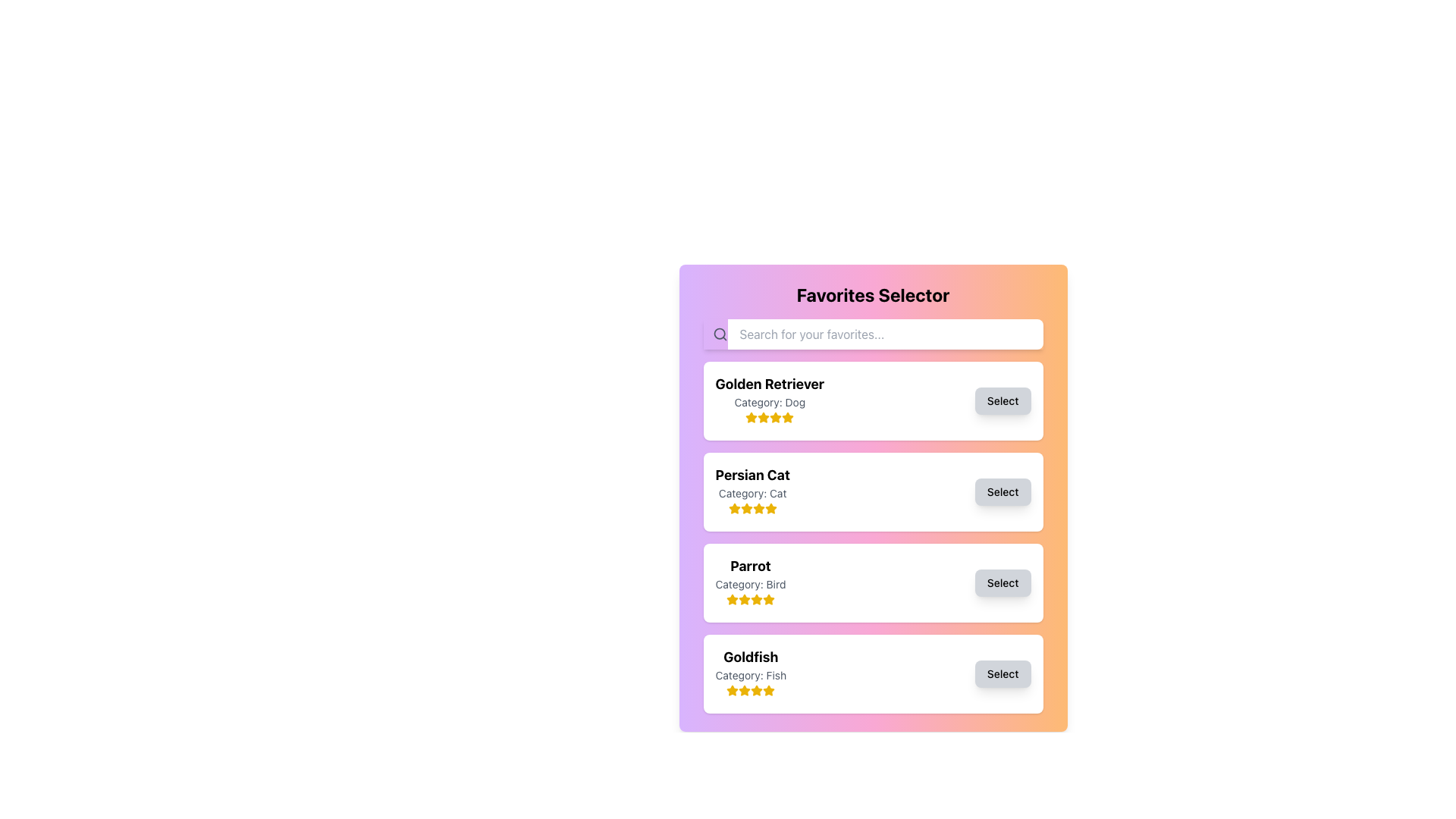  Describe the element at coordinates (768, 598) in the screenshot. I see `the fourth star icon representing the rating for the 'Parrot' item in the list, which is located below the 'Parrot' label` at that location.